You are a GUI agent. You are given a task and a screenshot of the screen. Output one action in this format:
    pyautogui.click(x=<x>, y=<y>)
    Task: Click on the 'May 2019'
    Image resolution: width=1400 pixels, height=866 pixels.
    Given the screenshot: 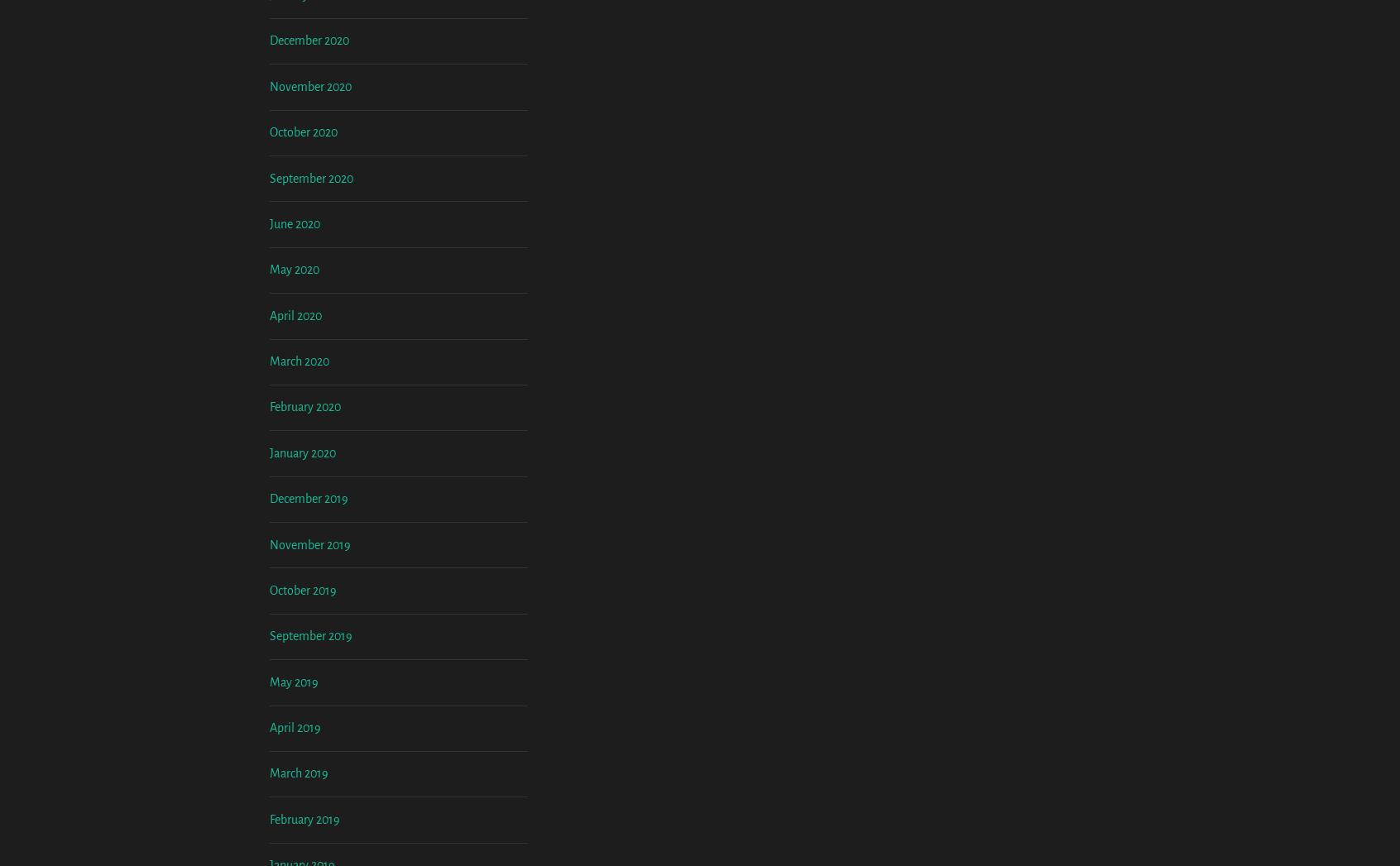 What is the action you would take?
    pyautogui.click(x=269, y=818)
    